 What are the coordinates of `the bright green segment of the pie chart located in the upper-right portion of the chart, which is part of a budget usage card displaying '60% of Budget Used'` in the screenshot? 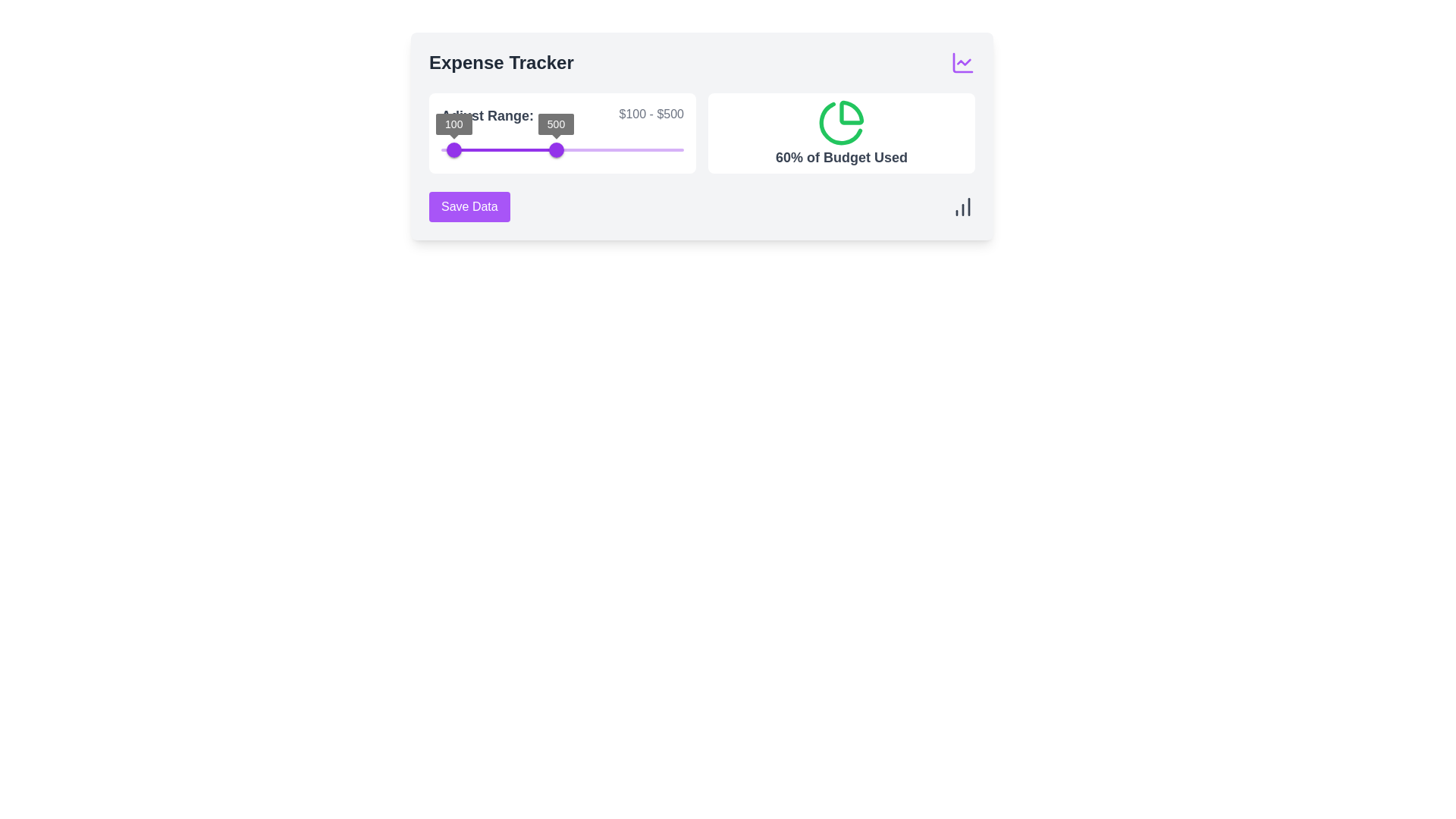 It's located at (852, 111).